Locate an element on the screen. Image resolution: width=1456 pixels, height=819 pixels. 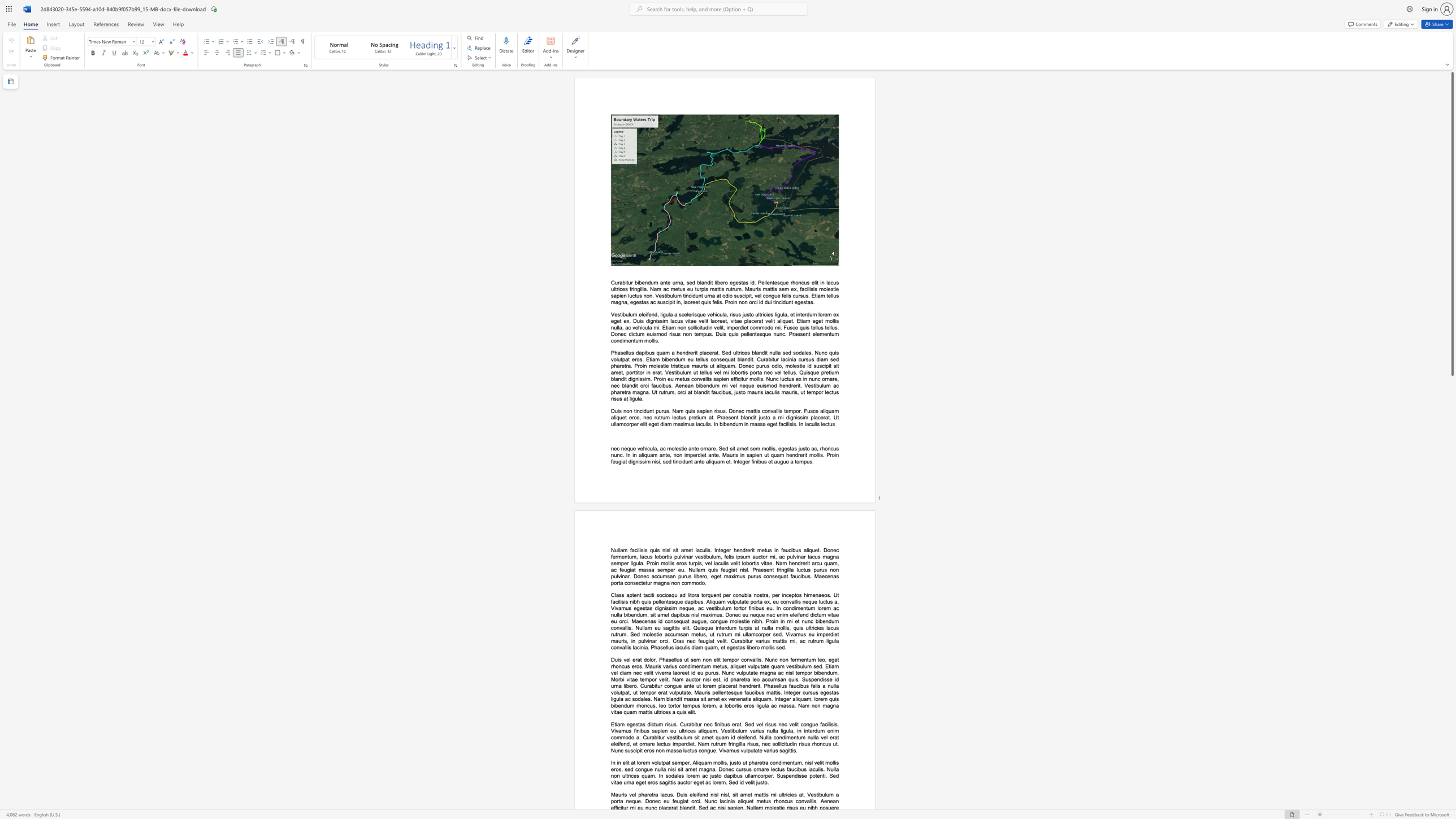
the subset text "quat faucibus. Maecenas porta consectetu" within the text "semper ligula. Proin mollis eros turpis, vel iaculis velit lobortis vitae. Nam hendrerit arcu quam, ac feugiat massa semper eu. Nullam quis feugiat nisl. Praesent fringilla luctus purus non pulvinar. Donec accumsan purus libero, eget maximus purus consequat faucibus. Maecenas porta consectetur magna non commodo." is located at coordinates (777, 575).